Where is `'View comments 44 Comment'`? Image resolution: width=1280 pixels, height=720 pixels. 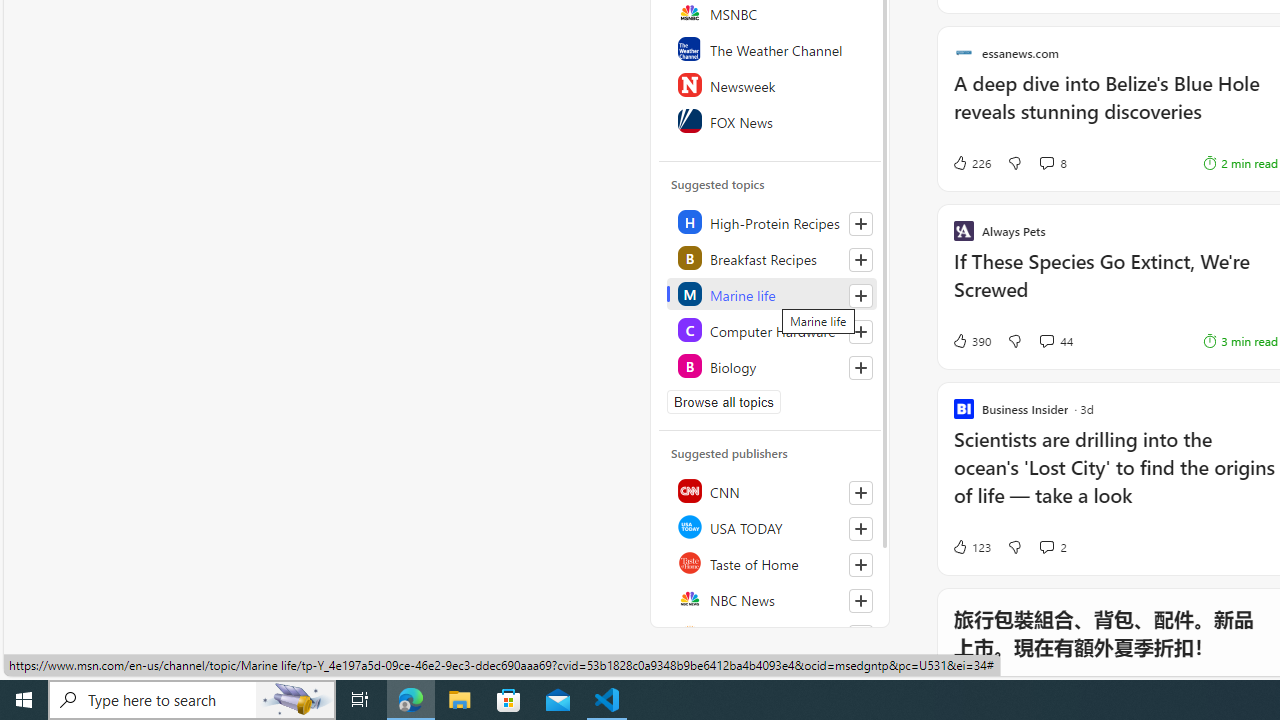
'View comments 44 Comment' is located at coordinates (1055, 339).